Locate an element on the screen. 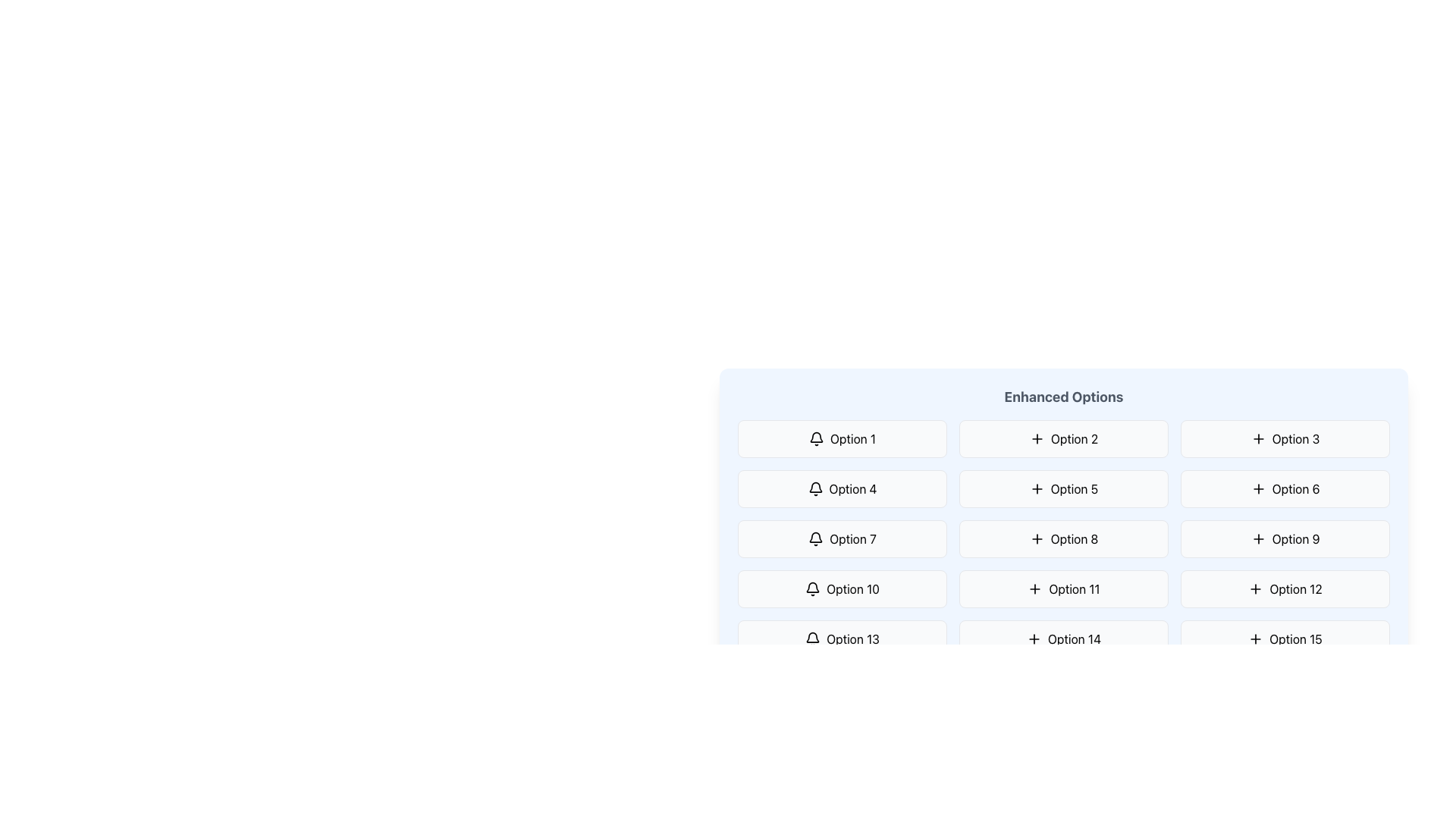 The height and width of the screenshot is (819, 1456). the sixth button in the grid layout, located in the second row and third column is located at coordinates (1284, 488).